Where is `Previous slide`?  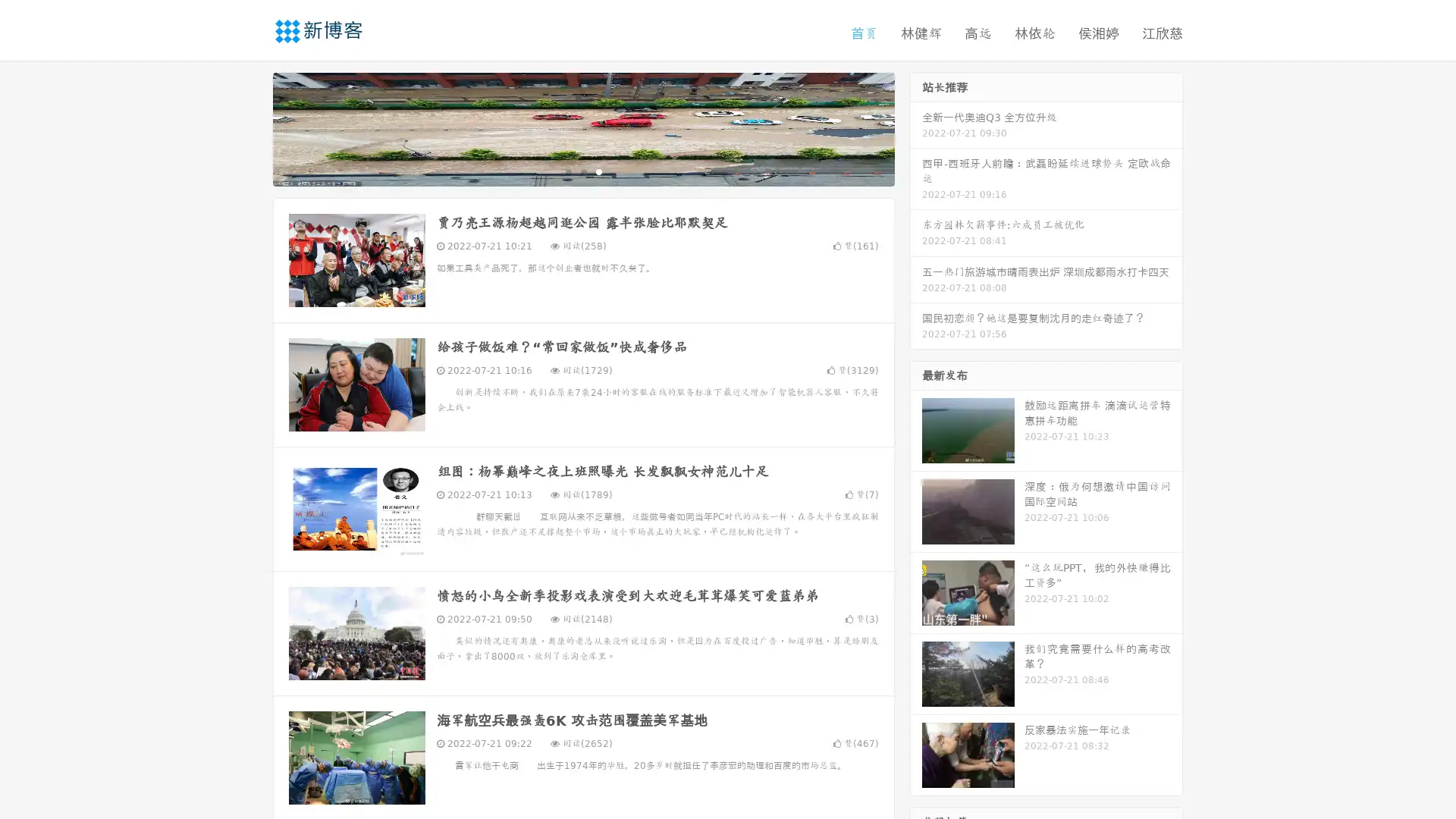 Previous slide is located at coordinates (250, 127).